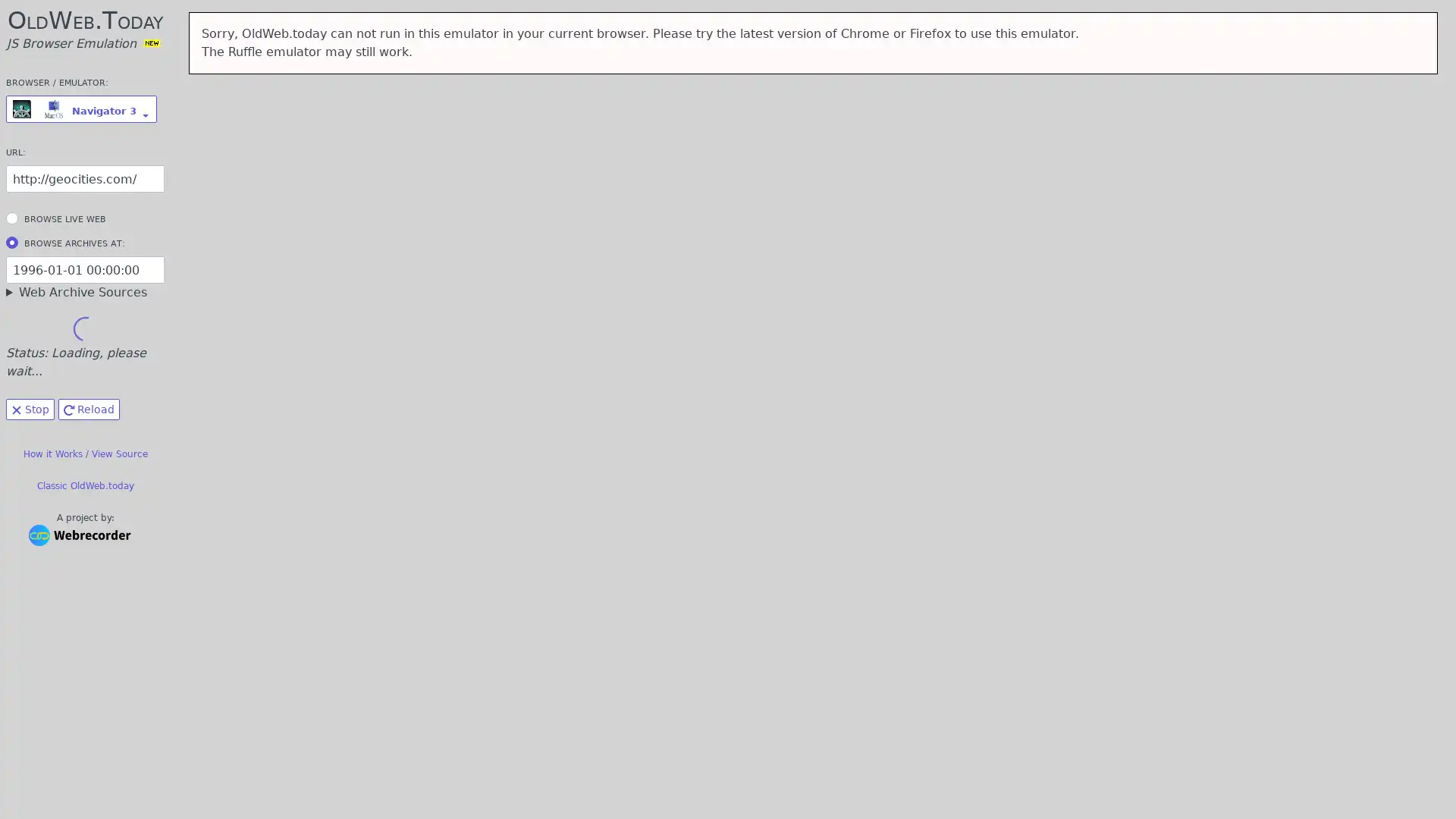 The image size is (1456, 819). I want to click on Reload, so click(88, 409).